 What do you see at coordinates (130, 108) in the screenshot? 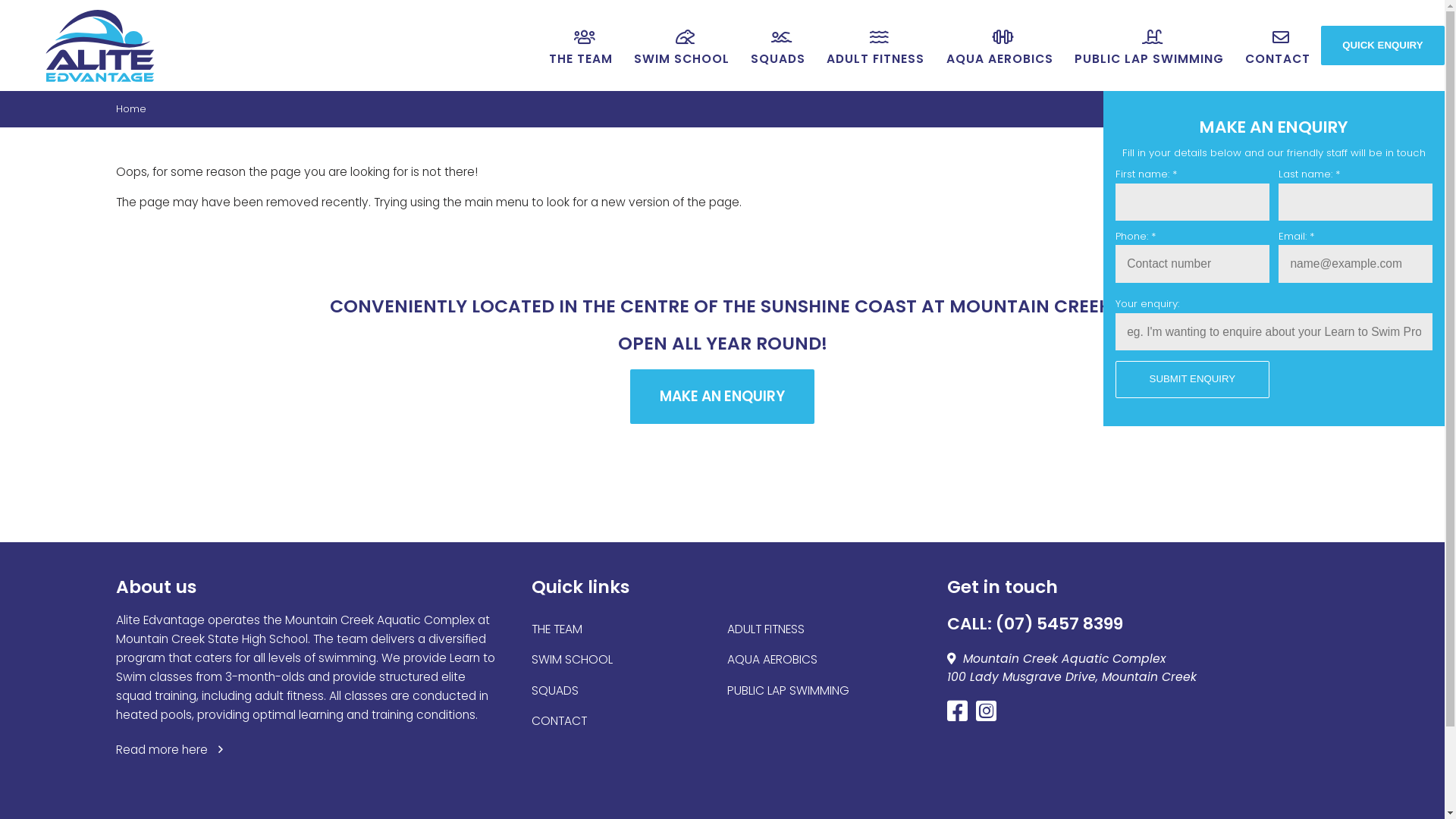
I see `'Home'` at bounding box center [130, 108].